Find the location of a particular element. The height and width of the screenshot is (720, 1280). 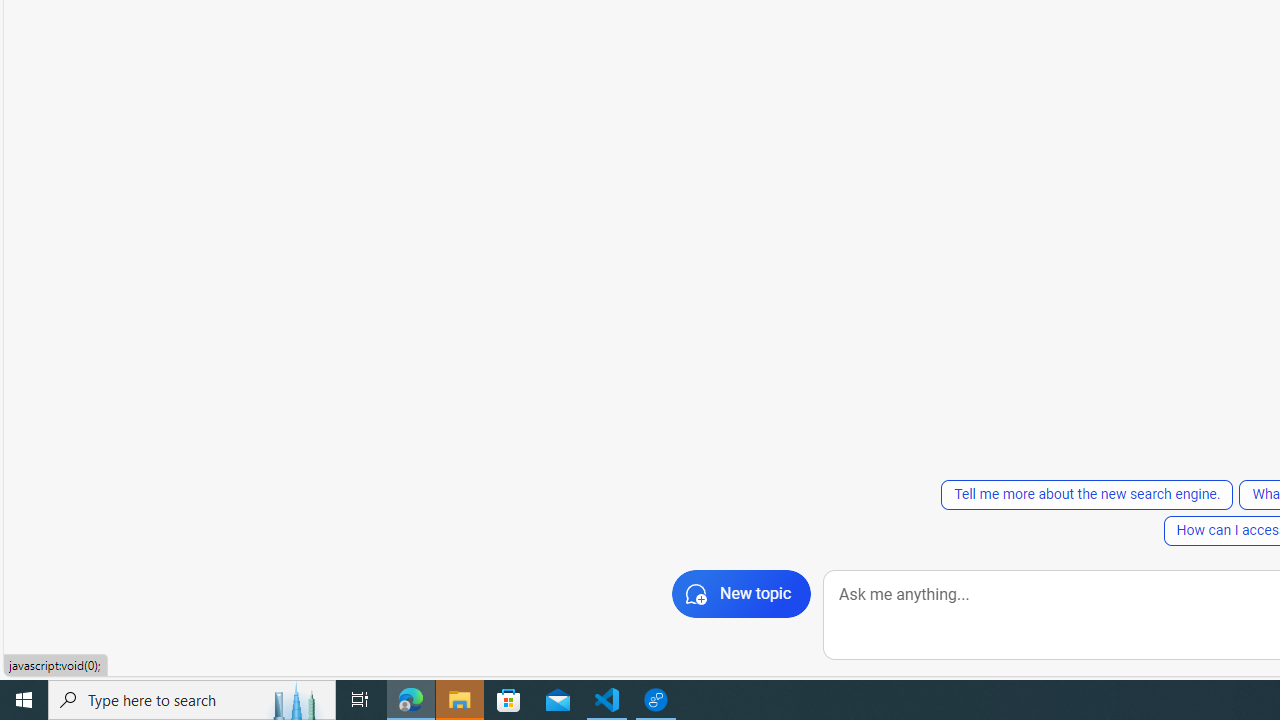

'New topic' is located at coordinates (740, 593).